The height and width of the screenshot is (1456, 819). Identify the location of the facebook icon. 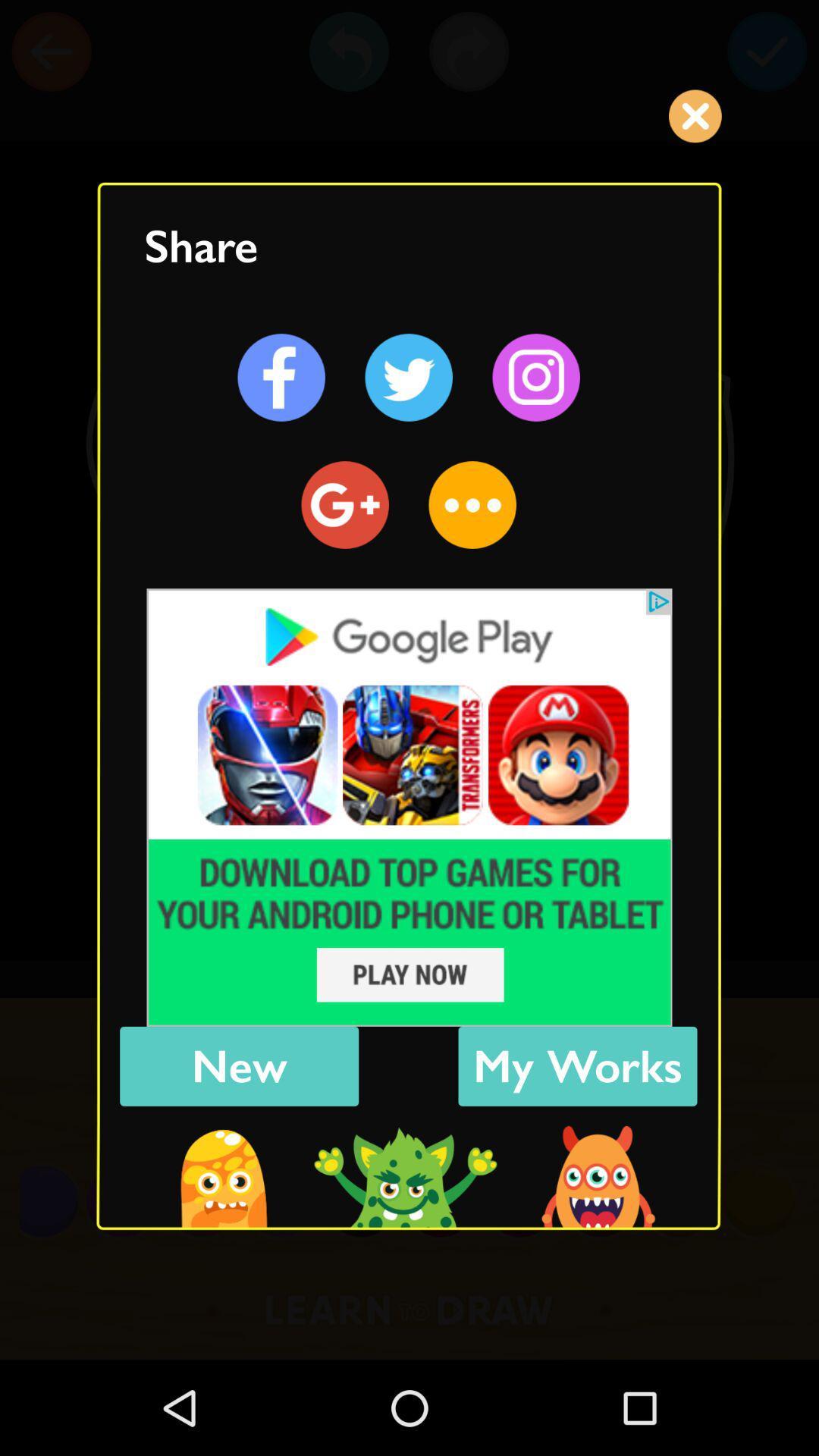
(281, 378).